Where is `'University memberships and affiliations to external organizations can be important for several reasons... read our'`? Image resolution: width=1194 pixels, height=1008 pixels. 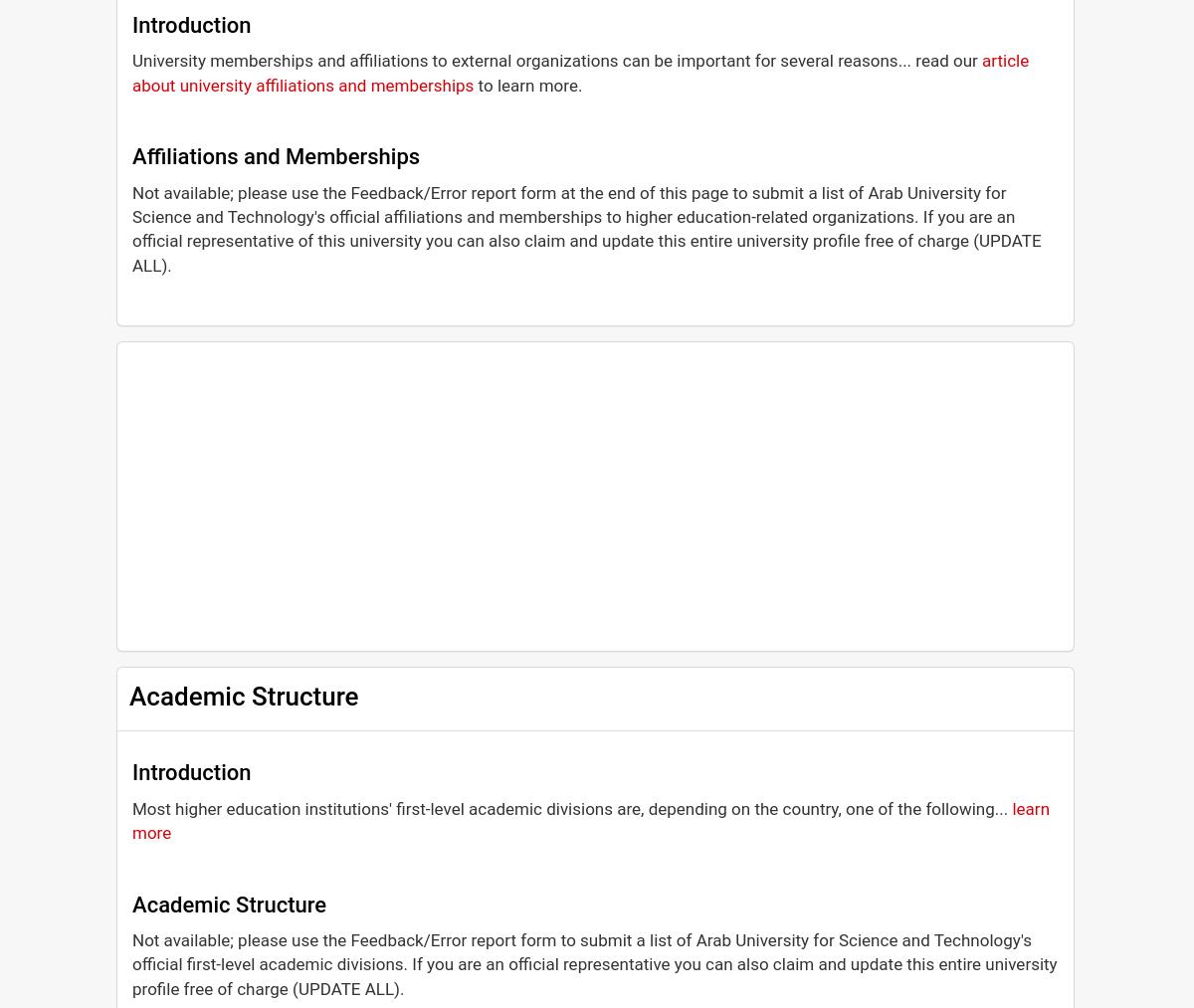 'University memberships and affiliations to external organizations can be important for several reasons... read our' is located at coordinates (556, 59).